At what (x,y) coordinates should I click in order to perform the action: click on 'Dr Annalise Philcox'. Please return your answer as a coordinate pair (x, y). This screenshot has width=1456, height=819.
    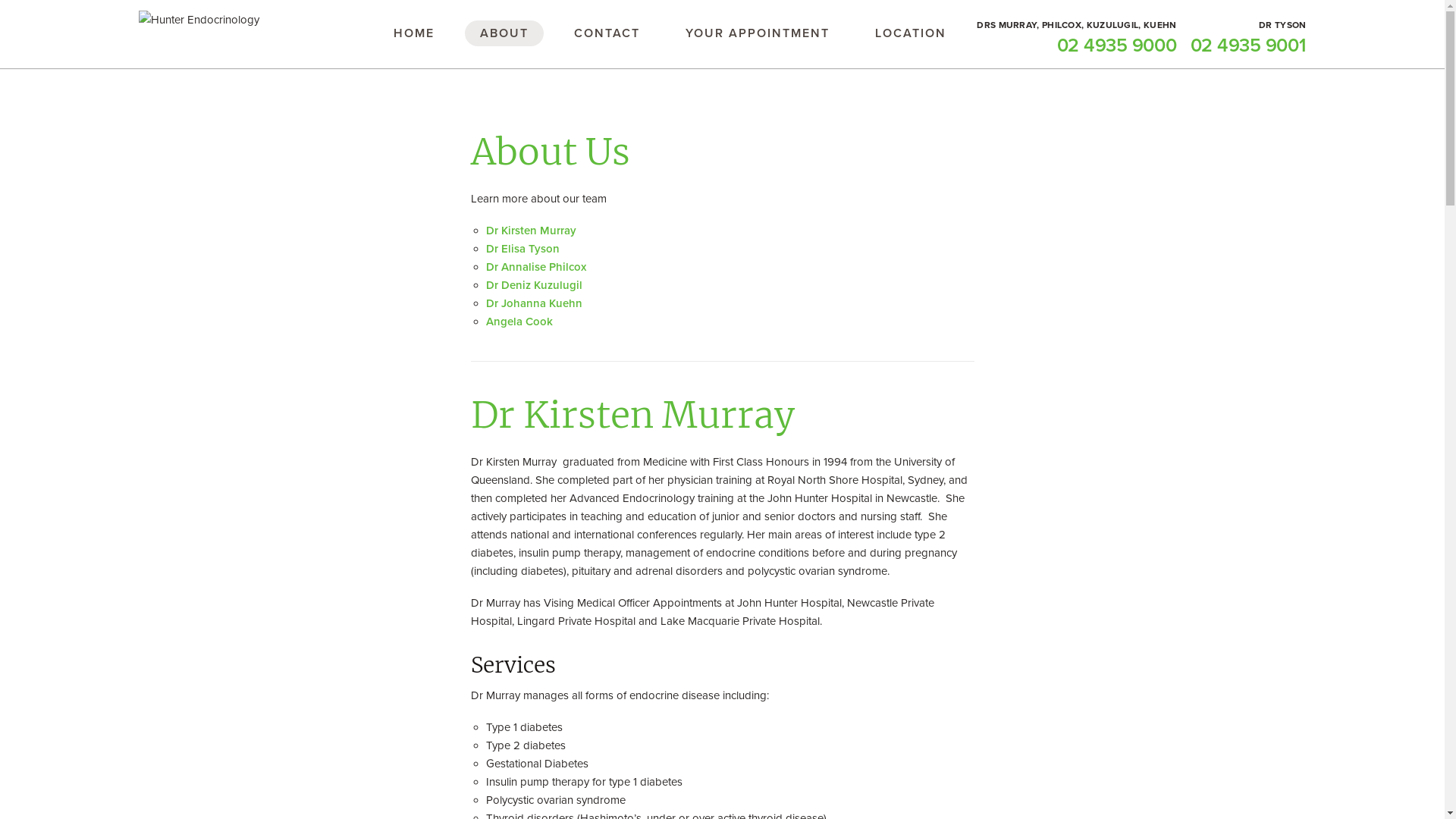
    Looking at the image, I should click on (535, 265).